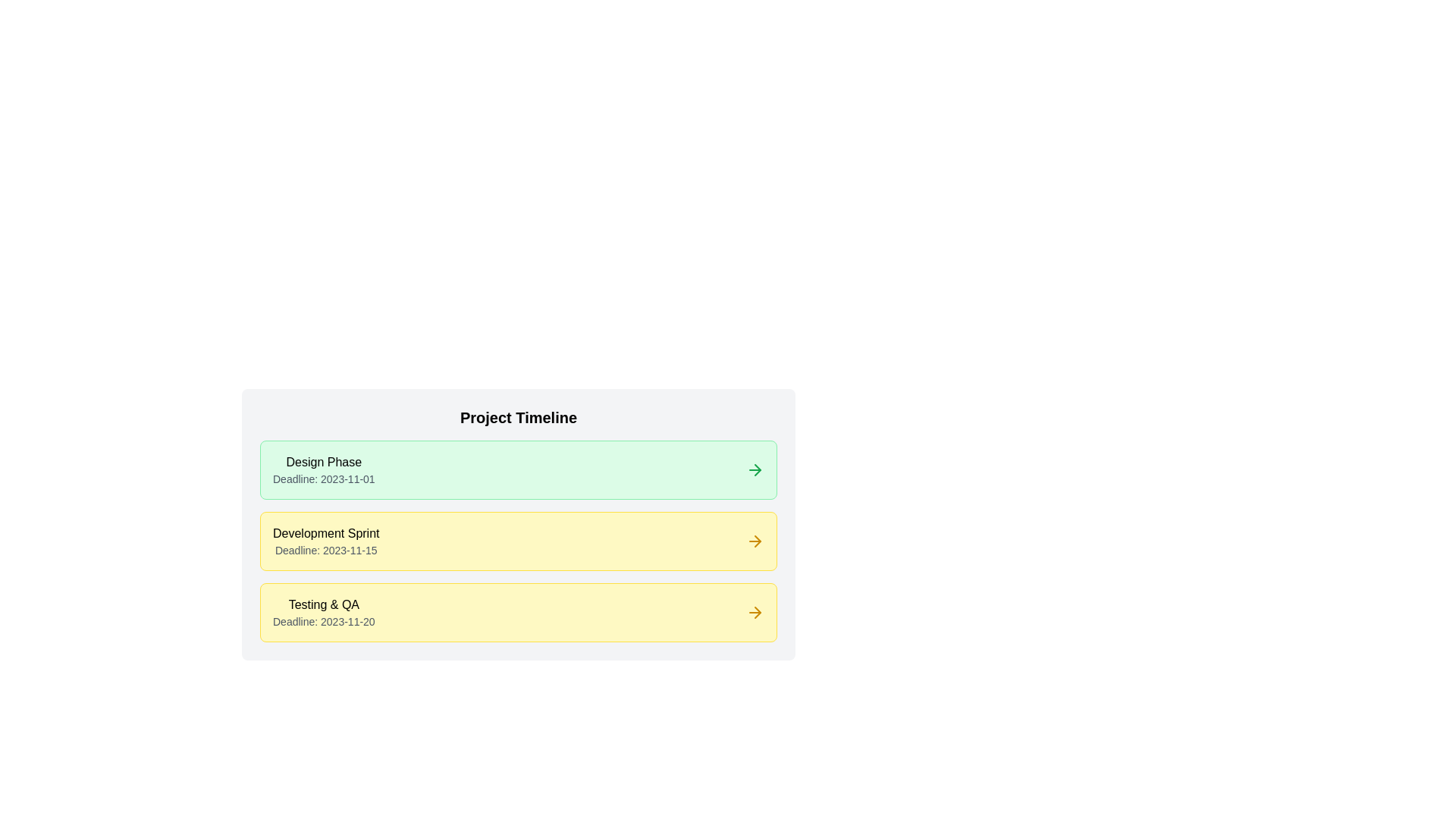 Image resolution: width=1456 pixels, height=819 pixels. Describe the element at coordinates (758, 611) in the screenshot. I see `the arrow icon located at the far right end of the bottommost 'Testing & QA' card` at that location.